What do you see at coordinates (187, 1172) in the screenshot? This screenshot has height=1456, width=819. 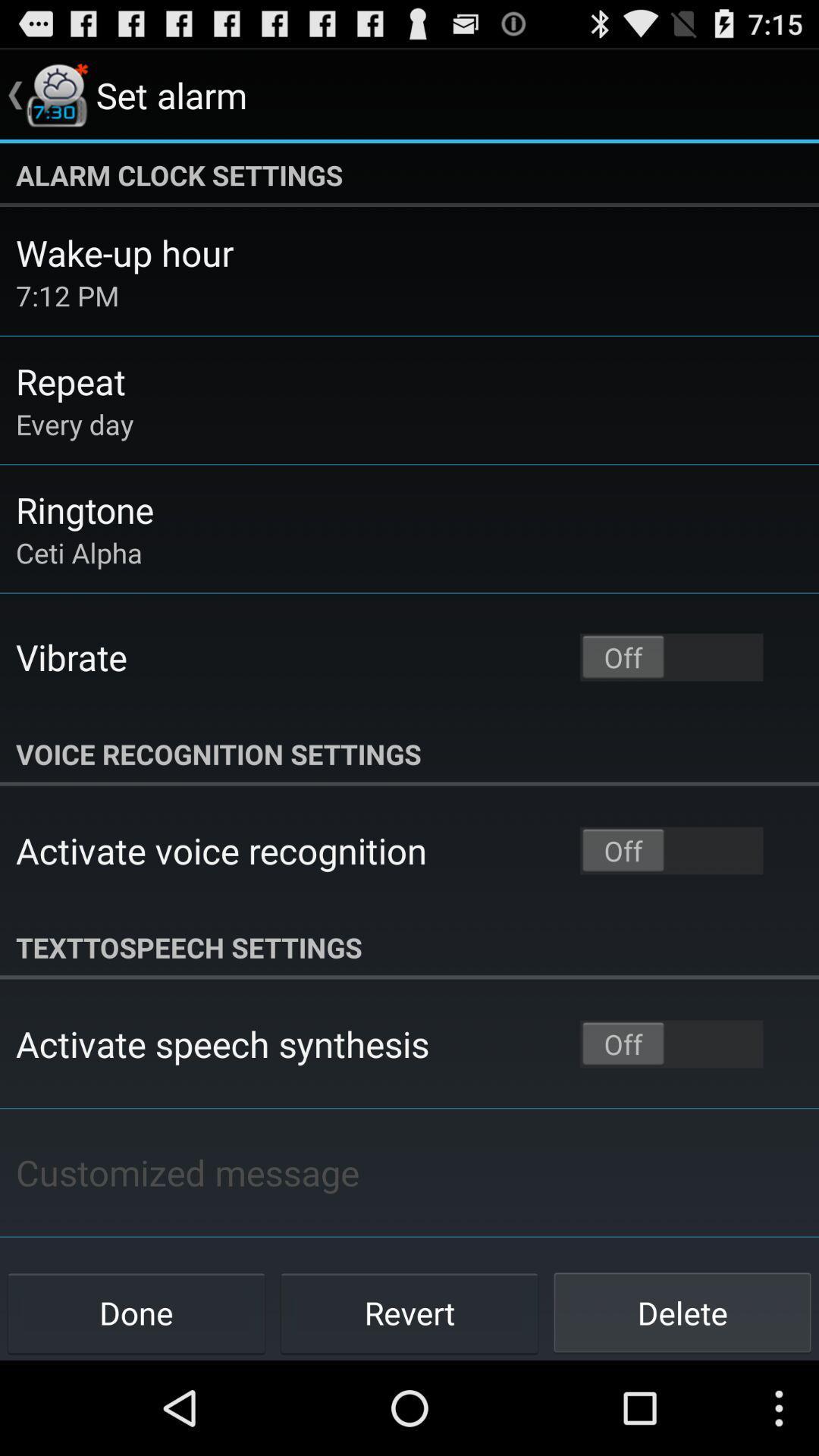 I see `the app below the activate speech synthesis` at bounding box center [187, 1172].